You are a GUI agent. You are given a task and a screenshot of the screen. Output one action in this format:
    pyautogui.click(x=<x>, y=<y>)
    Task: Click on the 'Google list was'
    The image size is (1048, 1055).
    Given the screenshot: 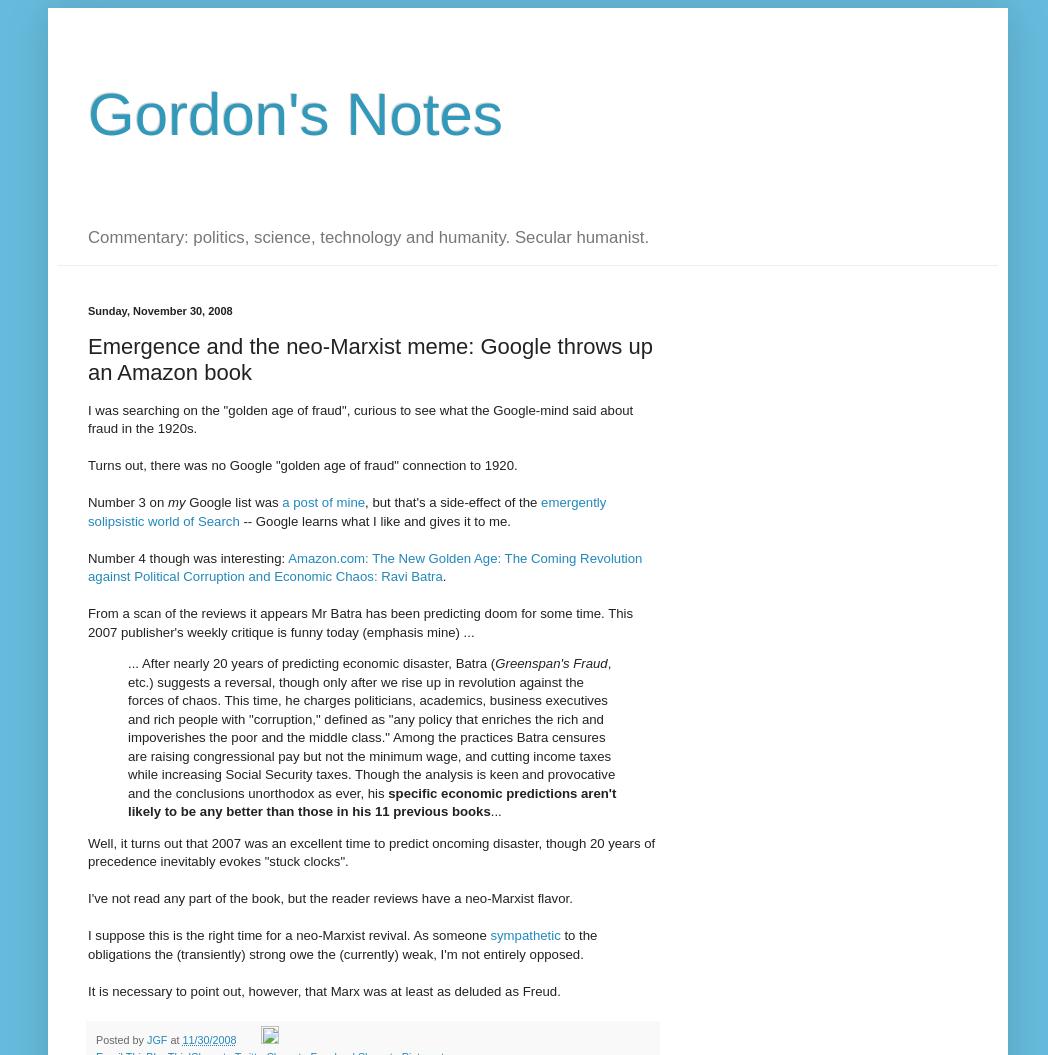 What is the action you would take?
    pyautogui.click(x=183, y=502)
    